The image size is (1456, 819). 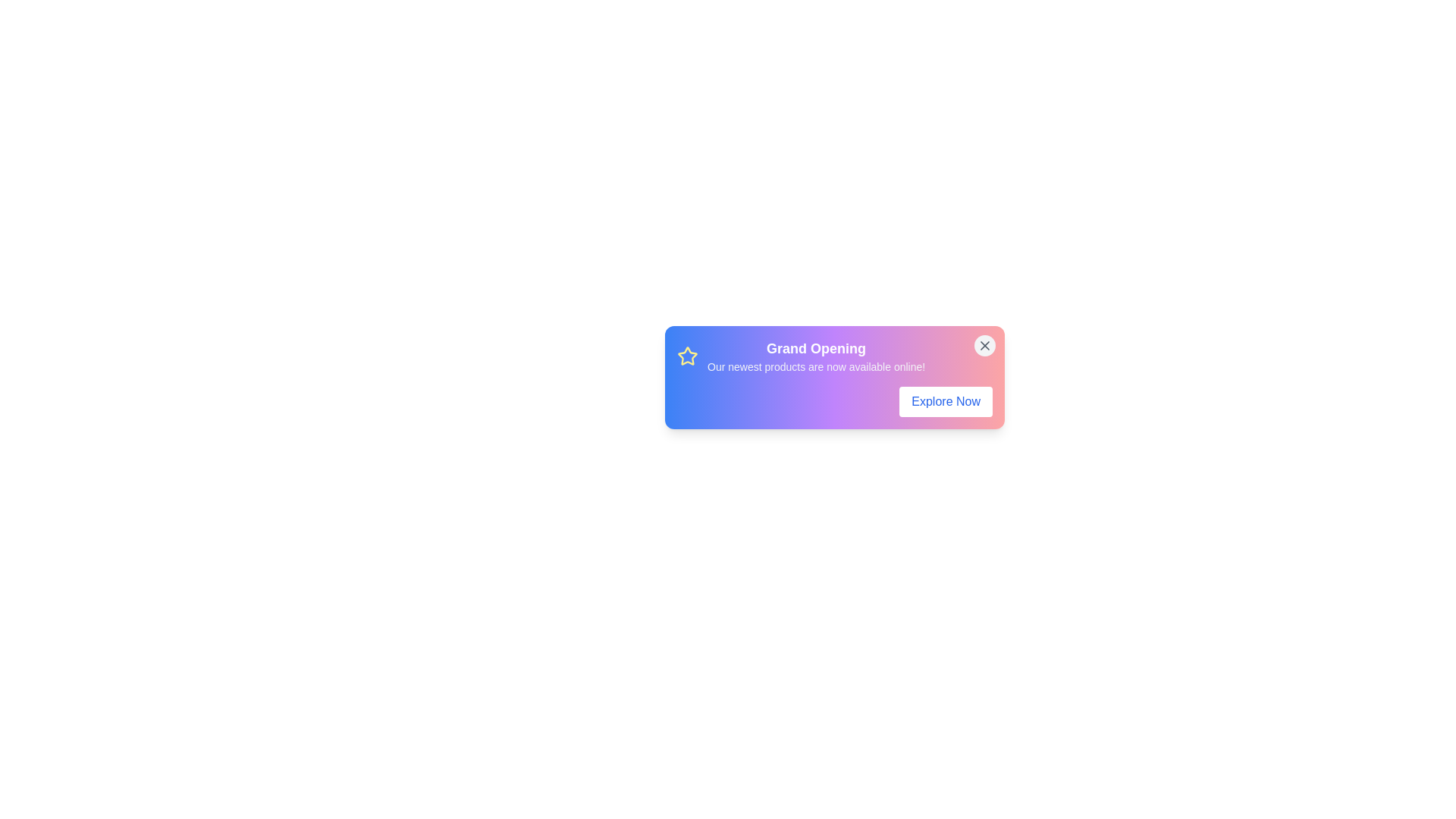 What do you see at coordinates (815, 348) in the screenshot?
I see `the prominent 'Grand Opening' static text element, which is styled with a bold, white font and located at the top of a card-like structure` at bounding box center [815, 348].